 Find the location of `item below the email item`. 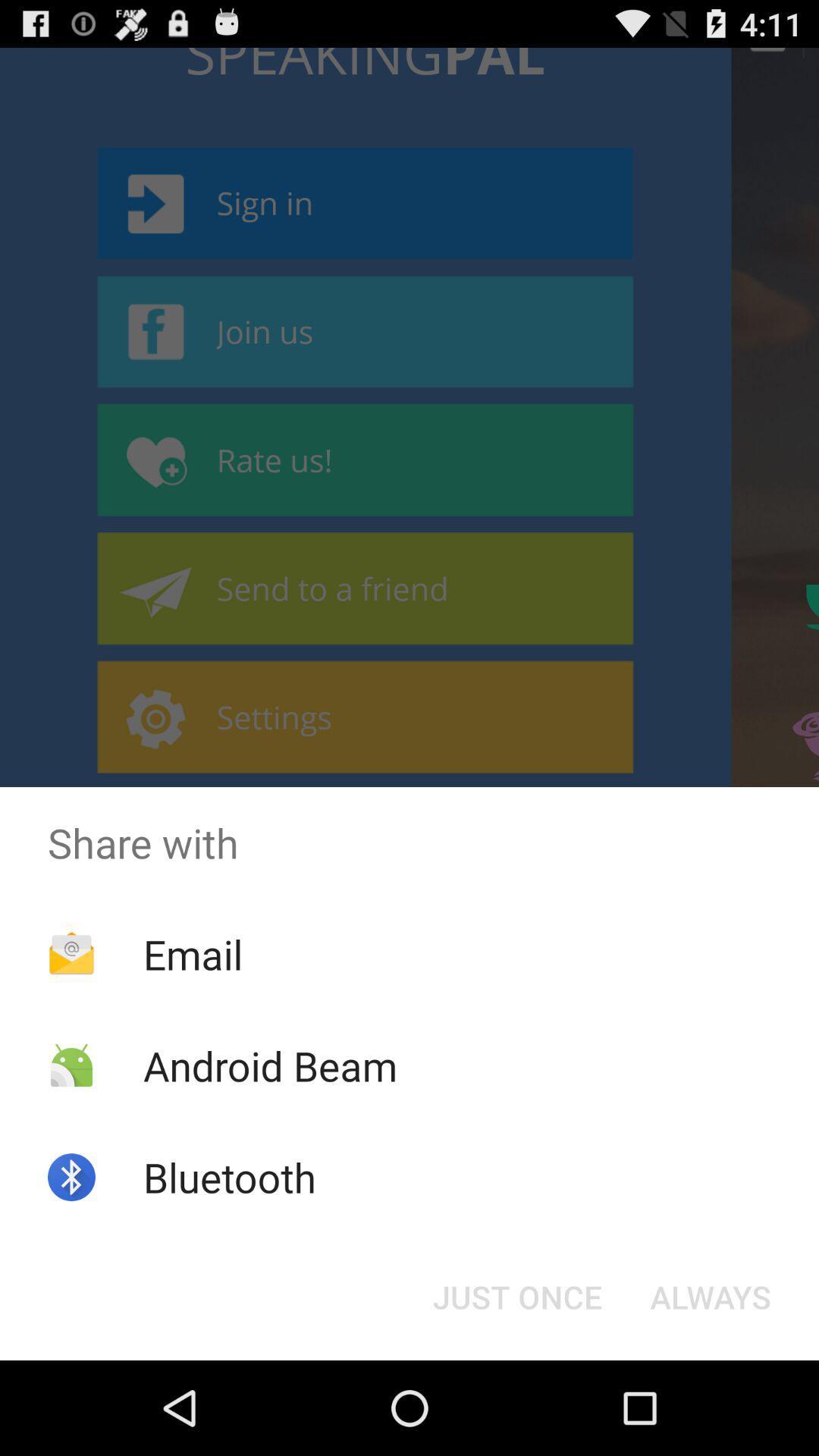

item below the email item is located at coordinates (269, 1065).